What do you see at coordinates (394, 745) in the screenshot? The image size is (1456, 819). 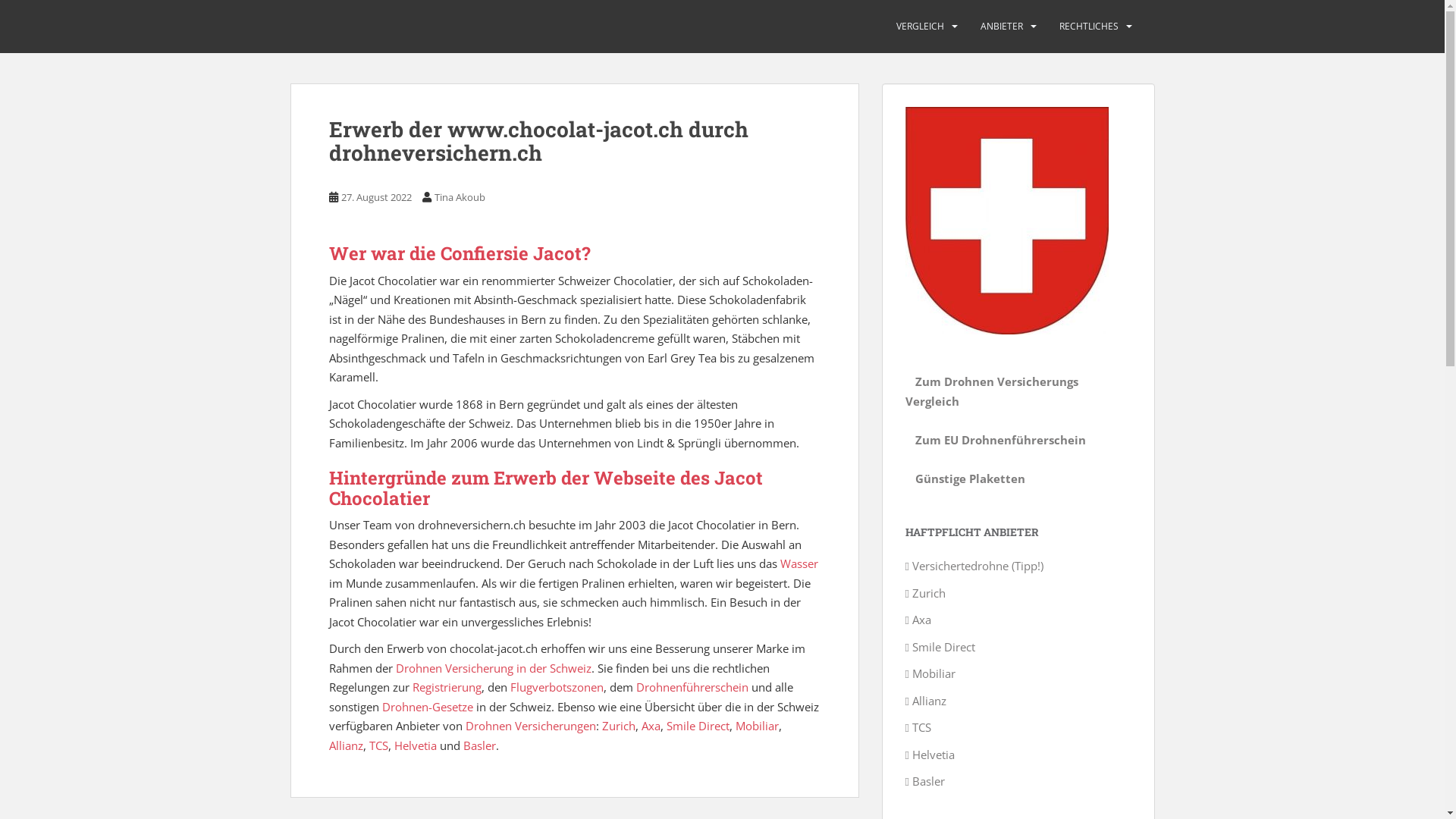 I see `'Helvetia'` at bounding box center [394, 745].